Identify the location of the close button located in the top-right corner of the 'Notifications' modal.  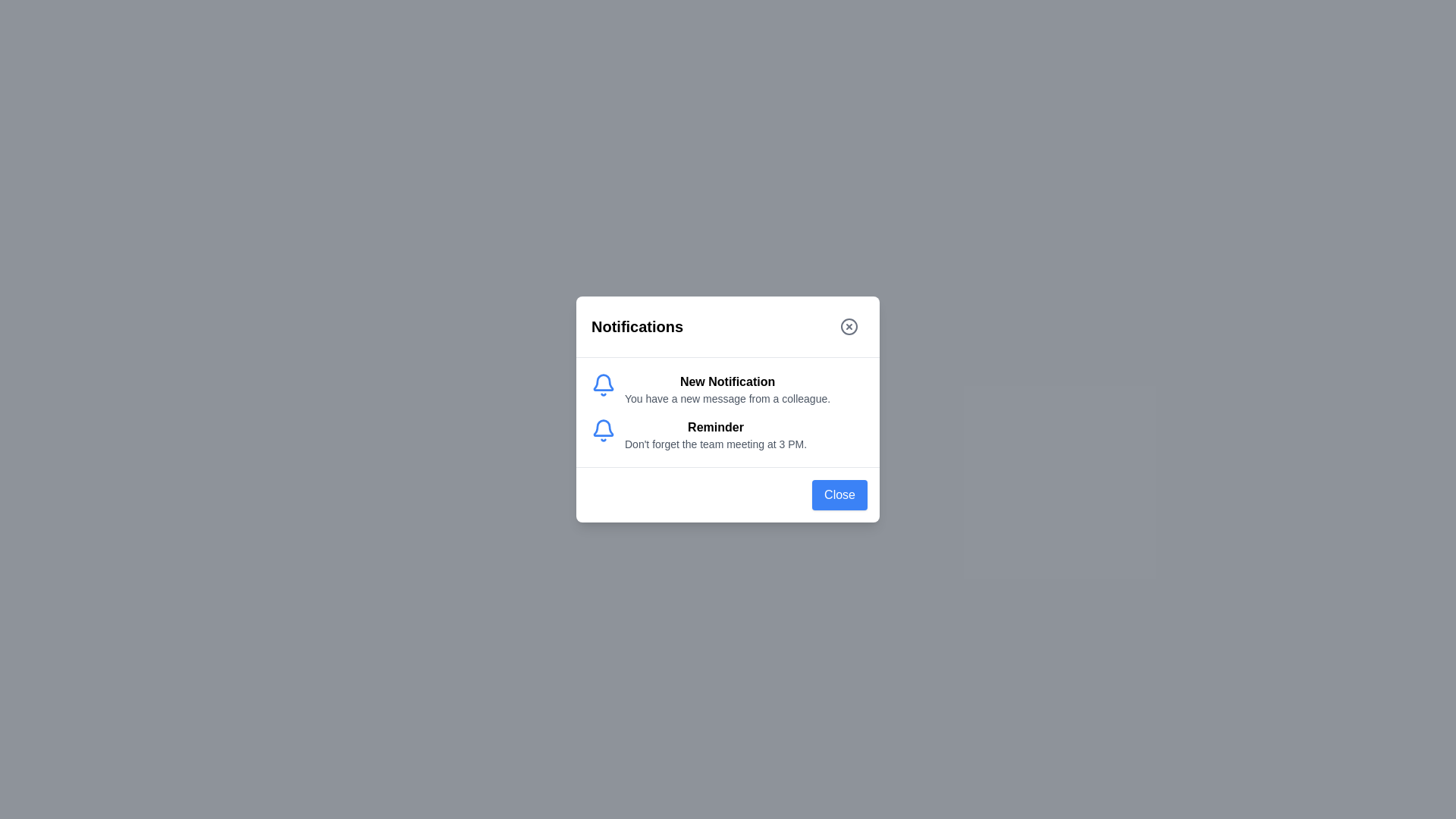
(848, 326).